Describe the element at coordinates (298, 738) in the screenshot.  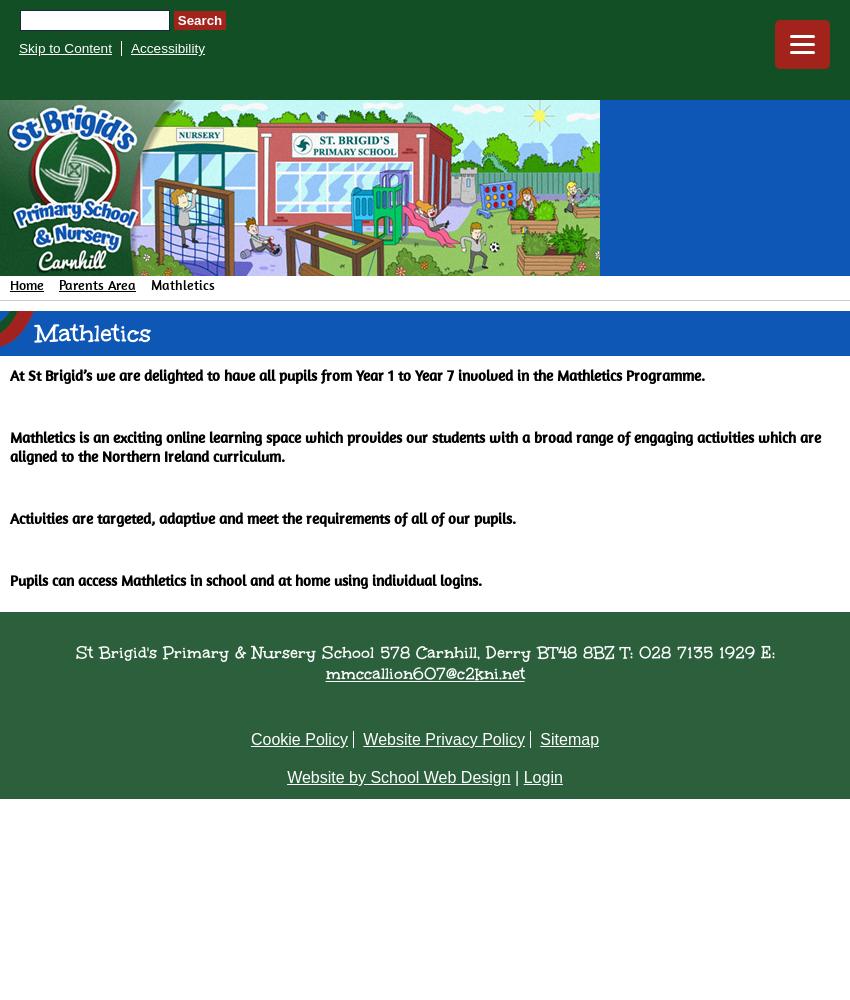
I see `'Cookie Policy'` at that location.